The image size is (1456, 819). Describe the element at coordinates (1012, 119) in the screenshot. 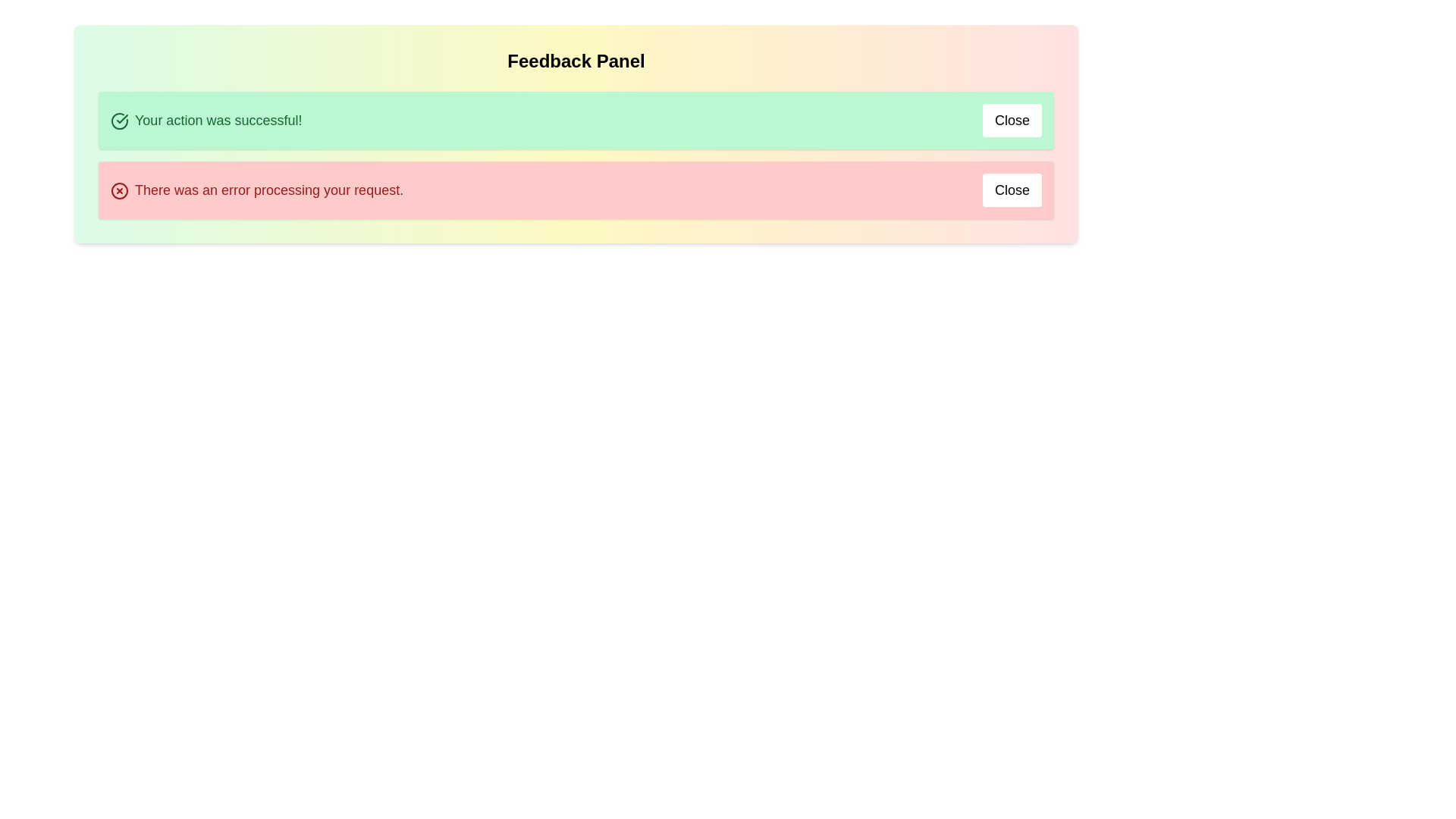

I see `the close button on the right side of the green notification bar that dismisses the success message 'Your action was successful!'` at that location.